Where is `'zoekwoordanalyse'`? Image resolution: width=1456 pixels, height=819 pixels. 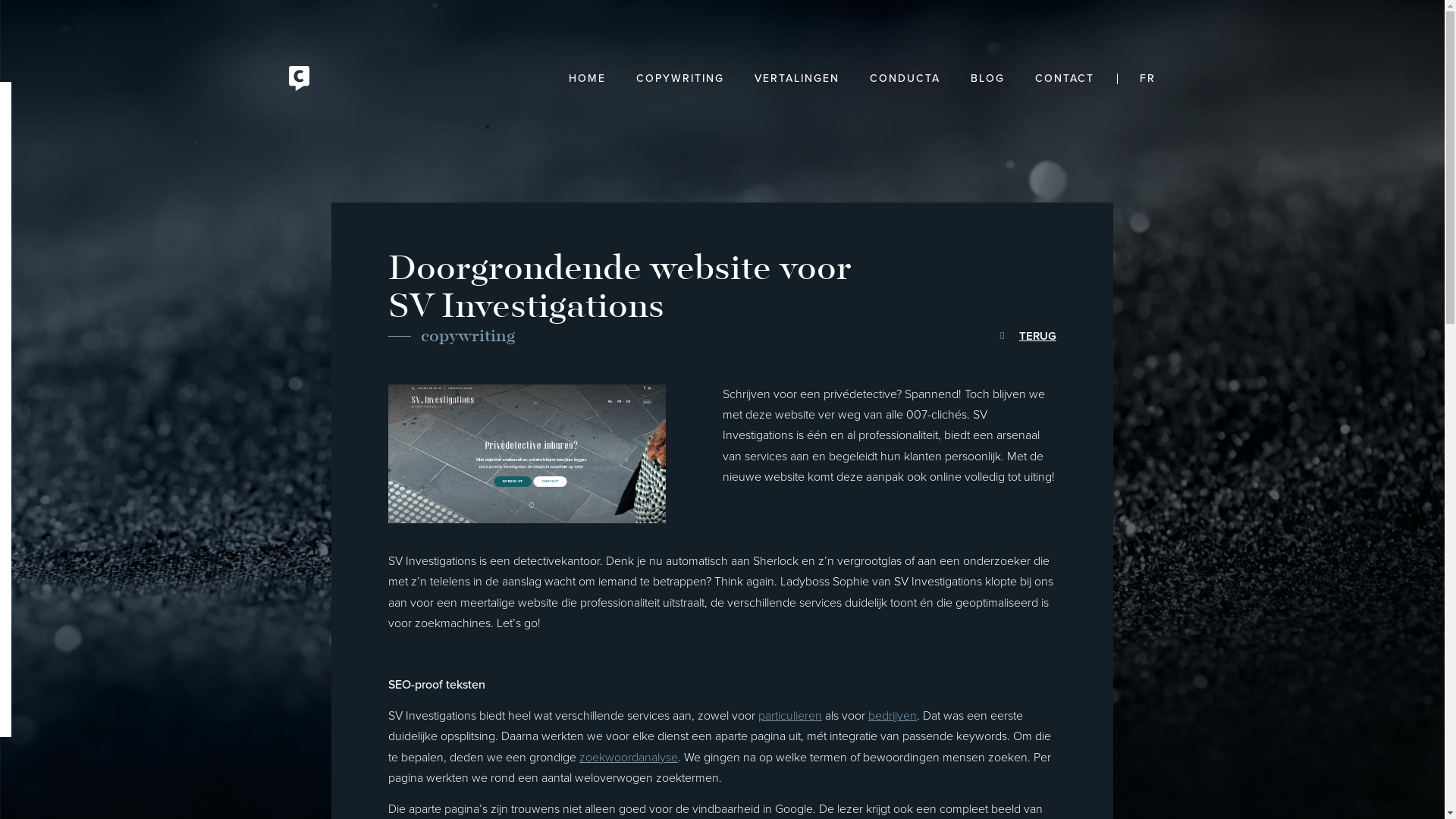 'zoekwoordanalyse' is located at coordinates (629, 758).